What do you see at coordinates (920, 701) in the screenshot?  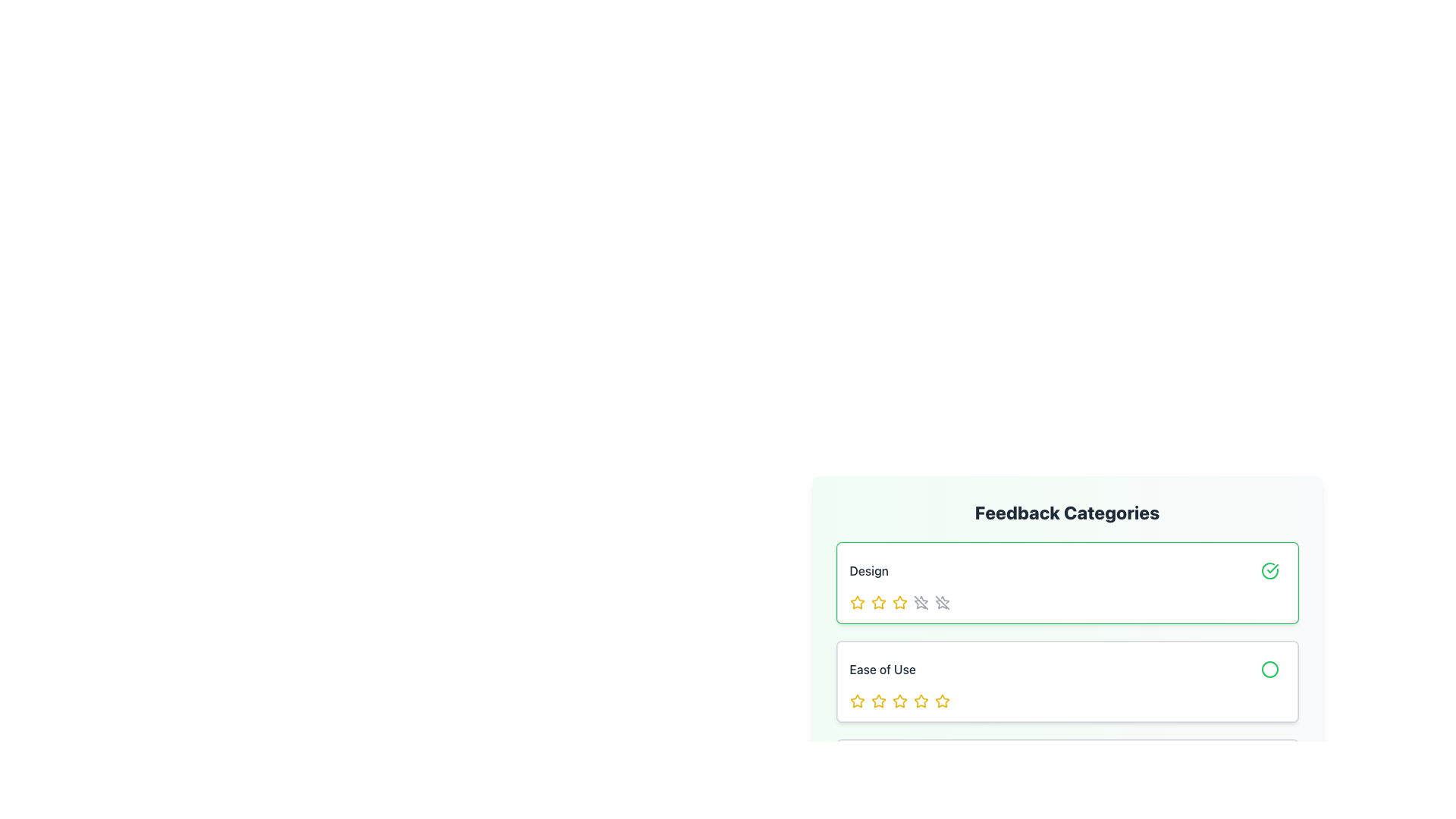 I see `the fourth yellow star-shaped rating icon under the 'Ease of Use' category` at bounding box center [920, 701].